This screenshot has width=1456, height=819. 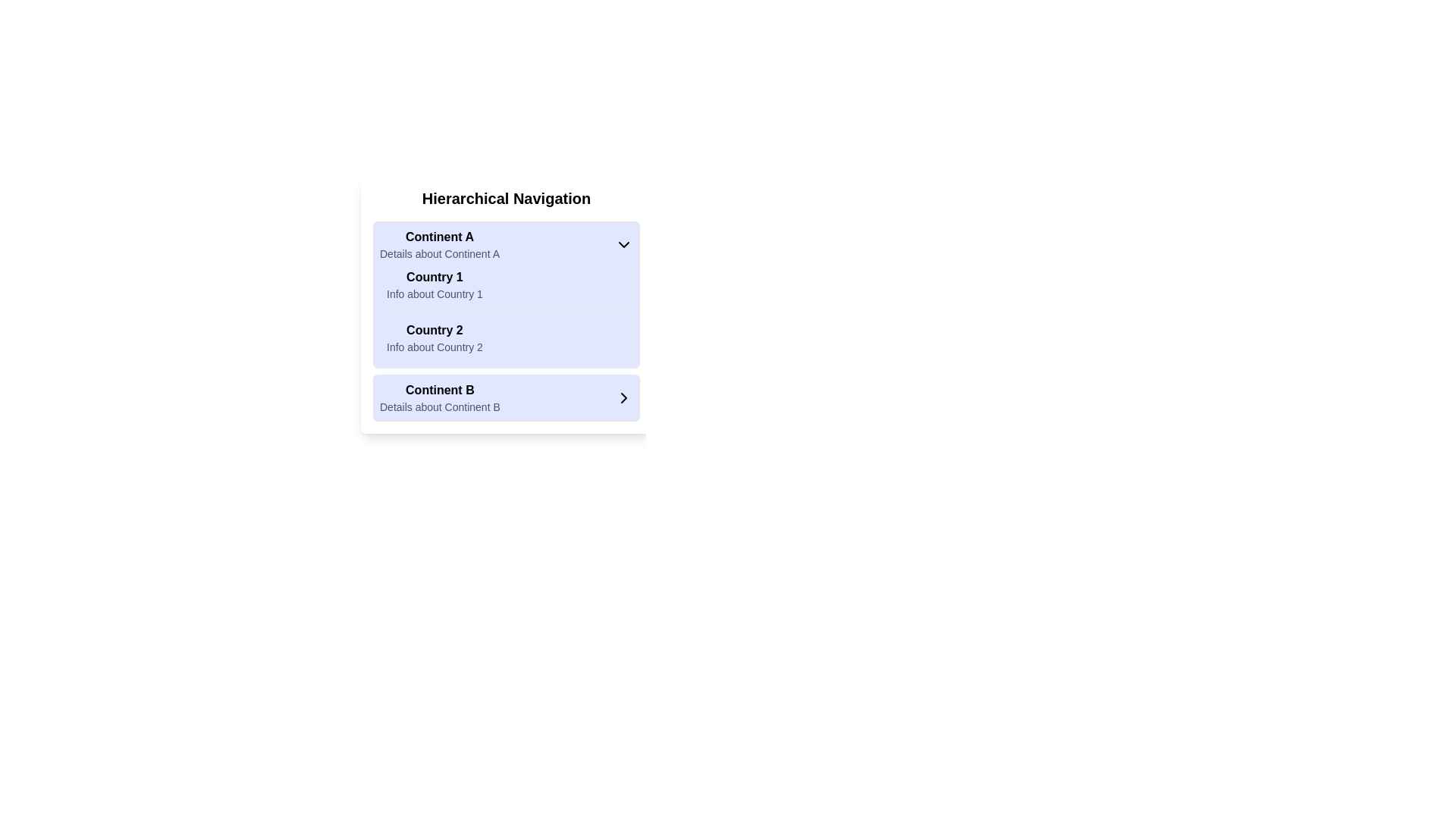 What do you see at coordinates (506, 284) in the screenshot?
I see `the first selectable card representing 'Country 1' in the 'Continent A' section` at bounding box center [506, 284].